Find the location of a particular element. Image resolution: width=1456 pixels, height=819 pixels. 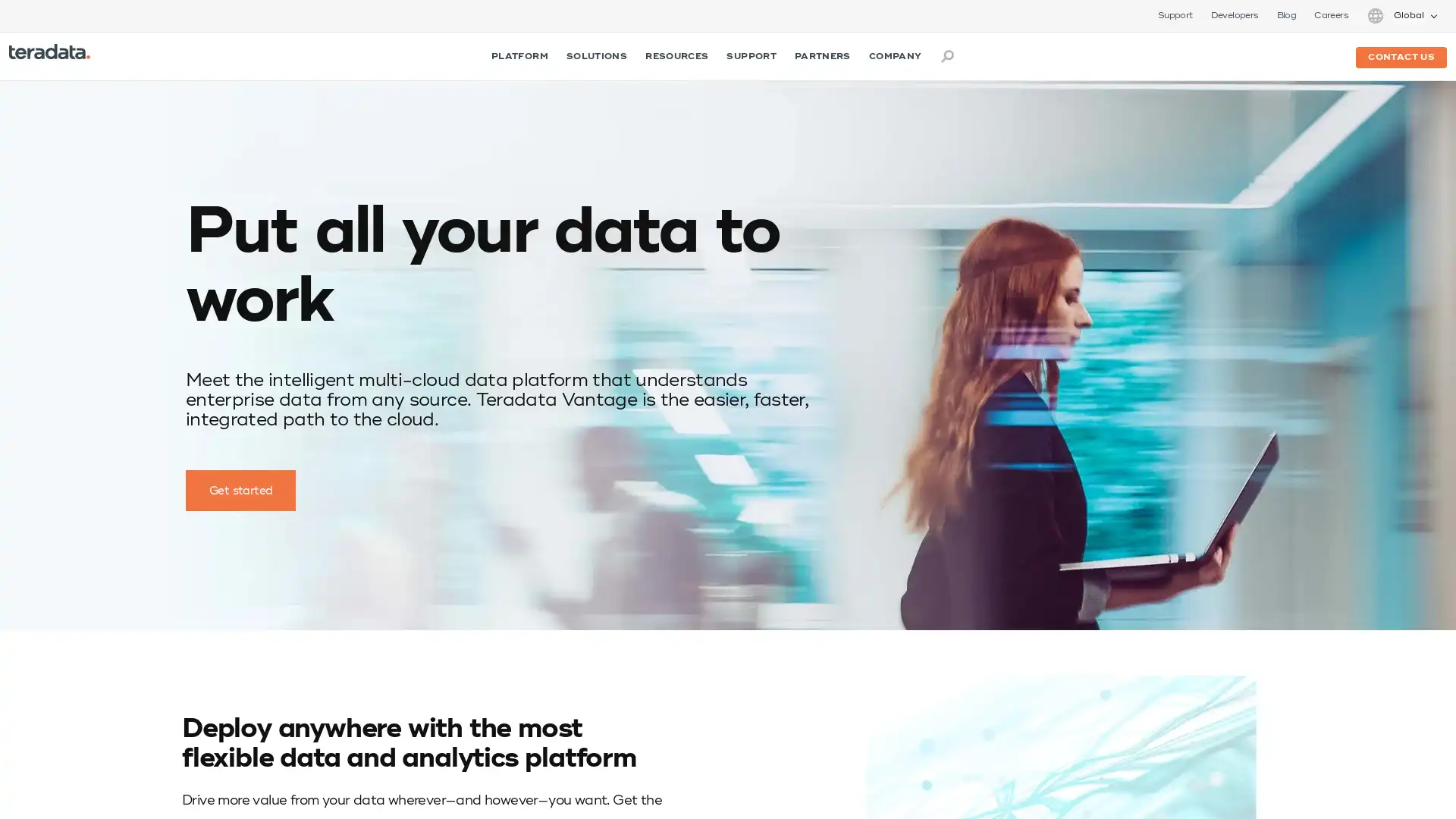

Global is located at coordinates (1401, 15).